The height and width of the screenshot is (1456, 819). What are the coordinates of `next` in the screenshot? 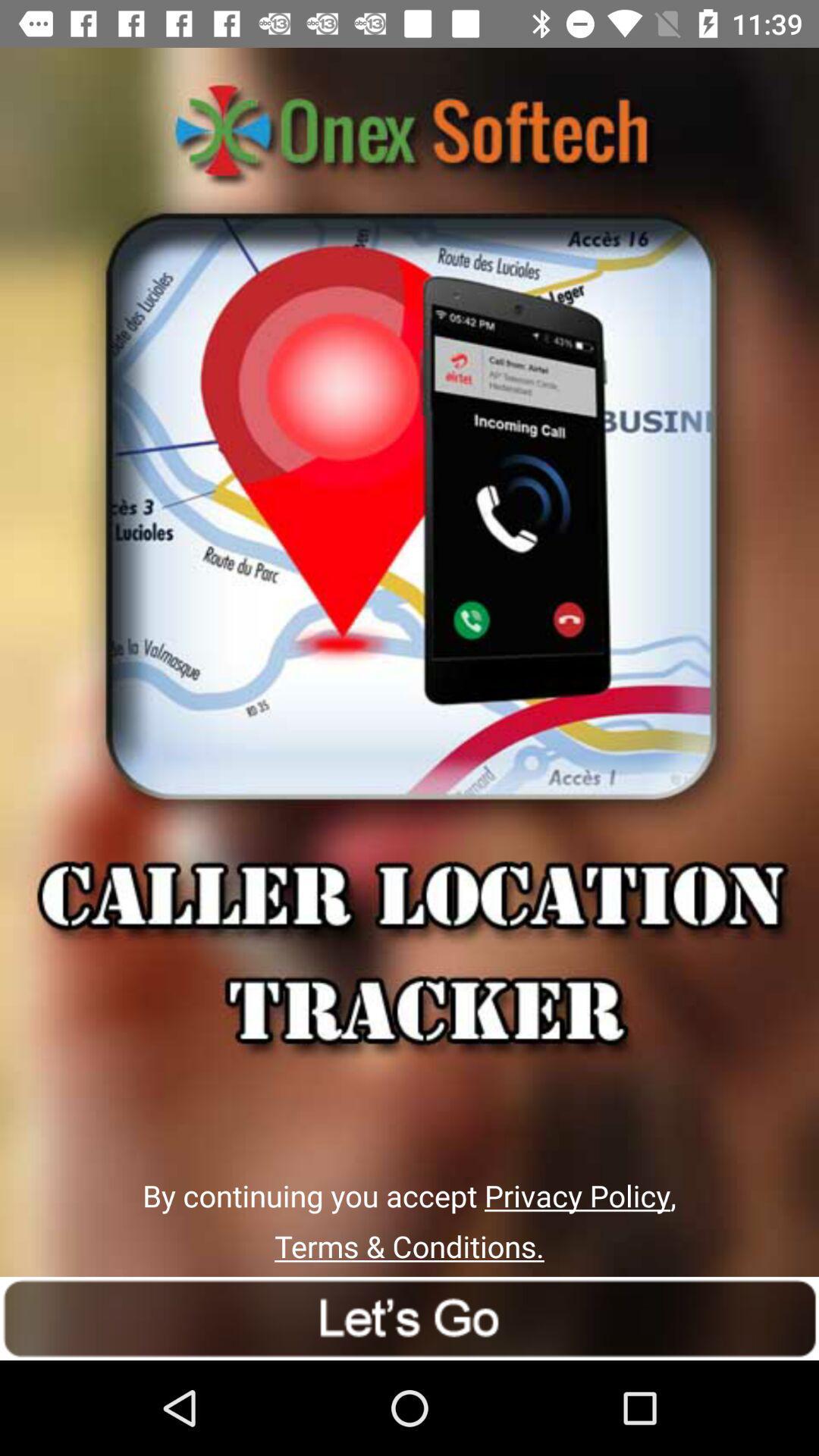 It's located at (409, 1317).